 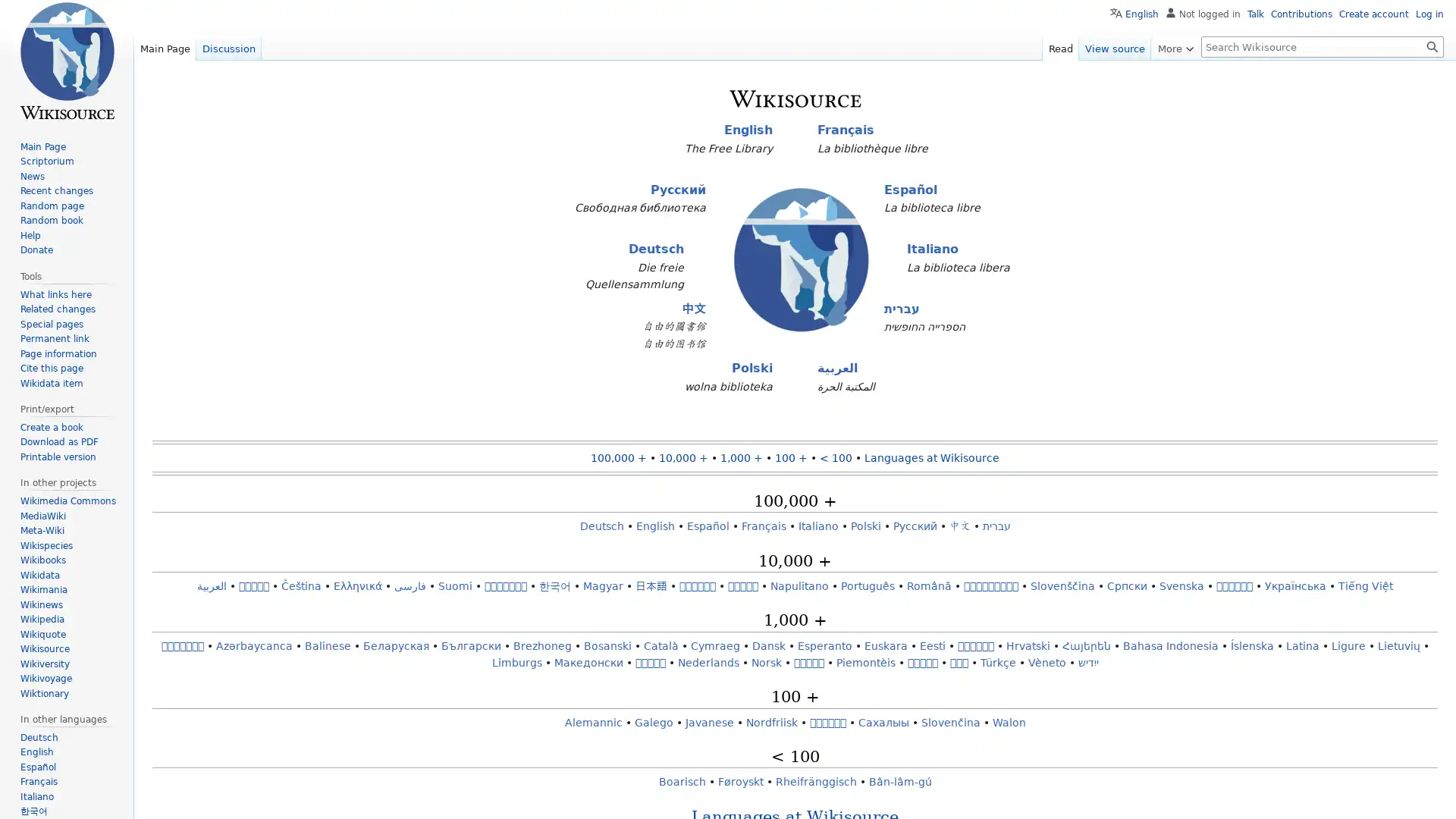 What do you see at coordinates (1432, 45) in the screenshot?
I see `Go` at bounding box center [1432, 45].